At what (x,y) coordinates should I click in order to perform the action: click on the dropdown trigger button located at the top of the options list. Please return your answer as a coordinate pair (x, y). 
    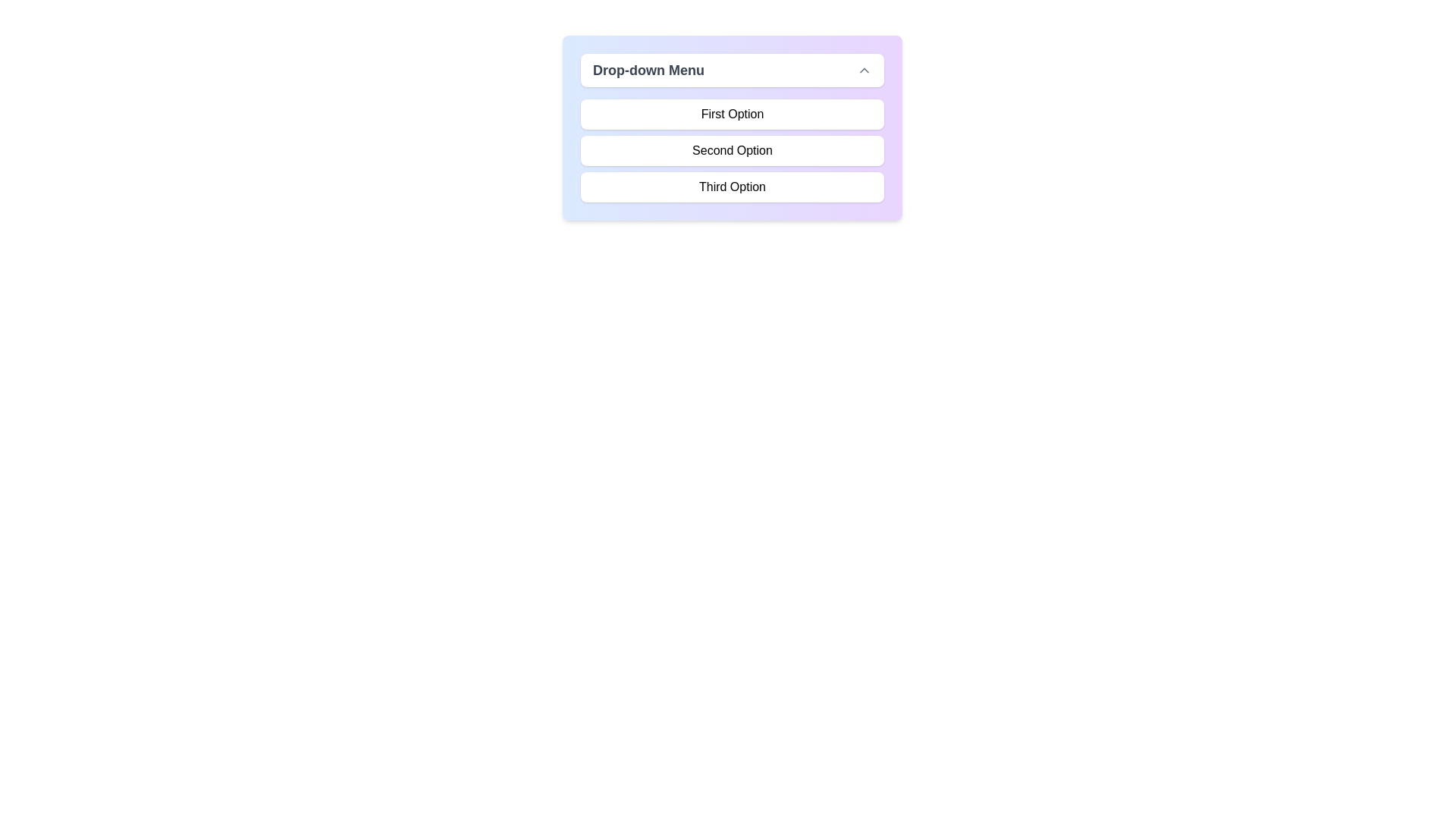
    Looking at the image, I should click on (732, 70).